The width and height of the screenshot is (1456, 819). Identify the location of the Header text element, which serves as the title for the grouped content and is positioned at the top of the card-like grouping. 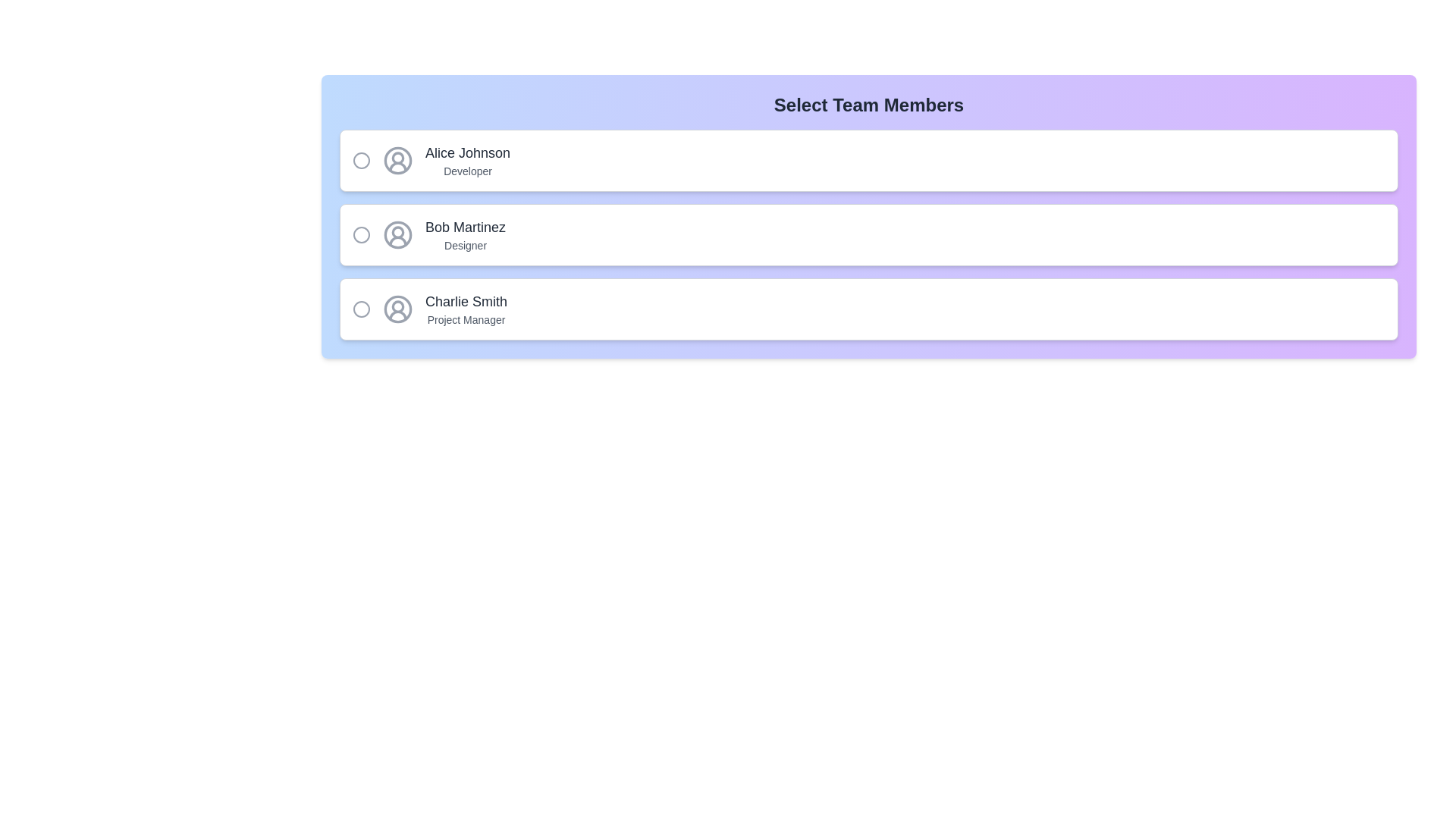
(869, 104).